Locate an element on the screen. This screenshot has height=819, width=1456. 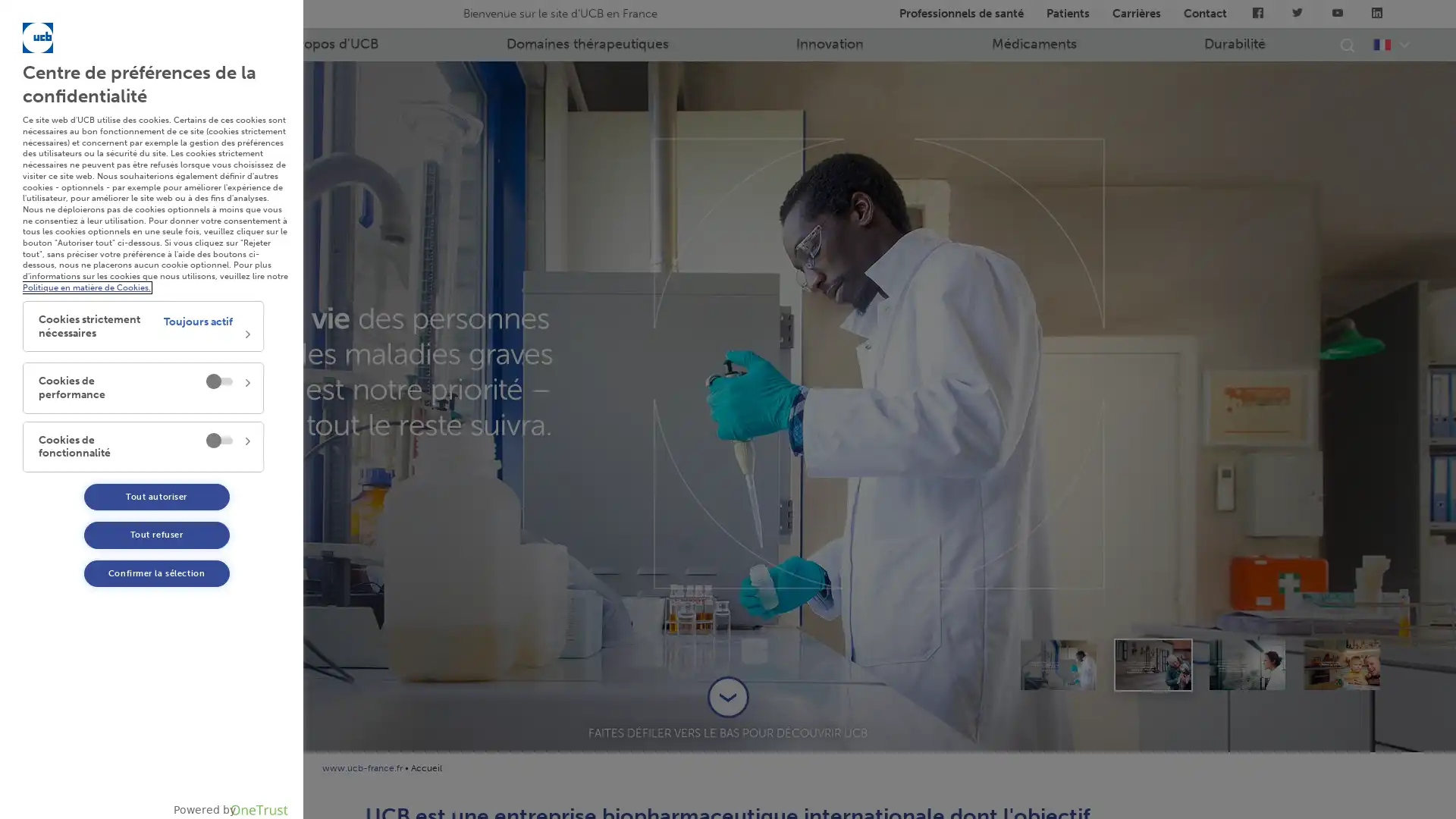
Cookies strictement necessaires is located at coordinates (143, 325).